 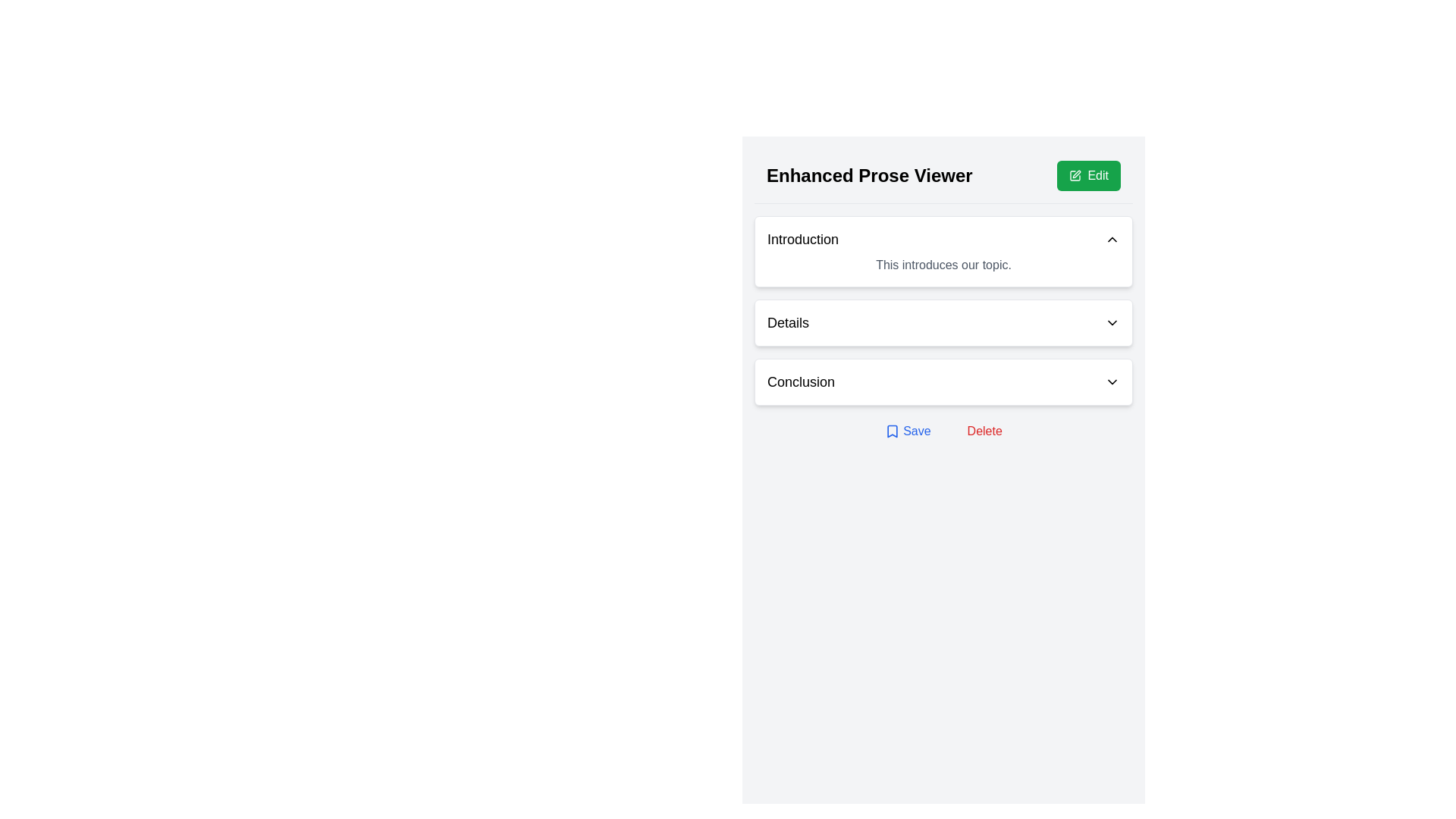 What do you see at coordinates (943, 431) in the screenshot?
I see `the Save button in the Horizontal button group located at the bottom of the panel below the 'Conclusion' section` at bounding box center [943, 431].